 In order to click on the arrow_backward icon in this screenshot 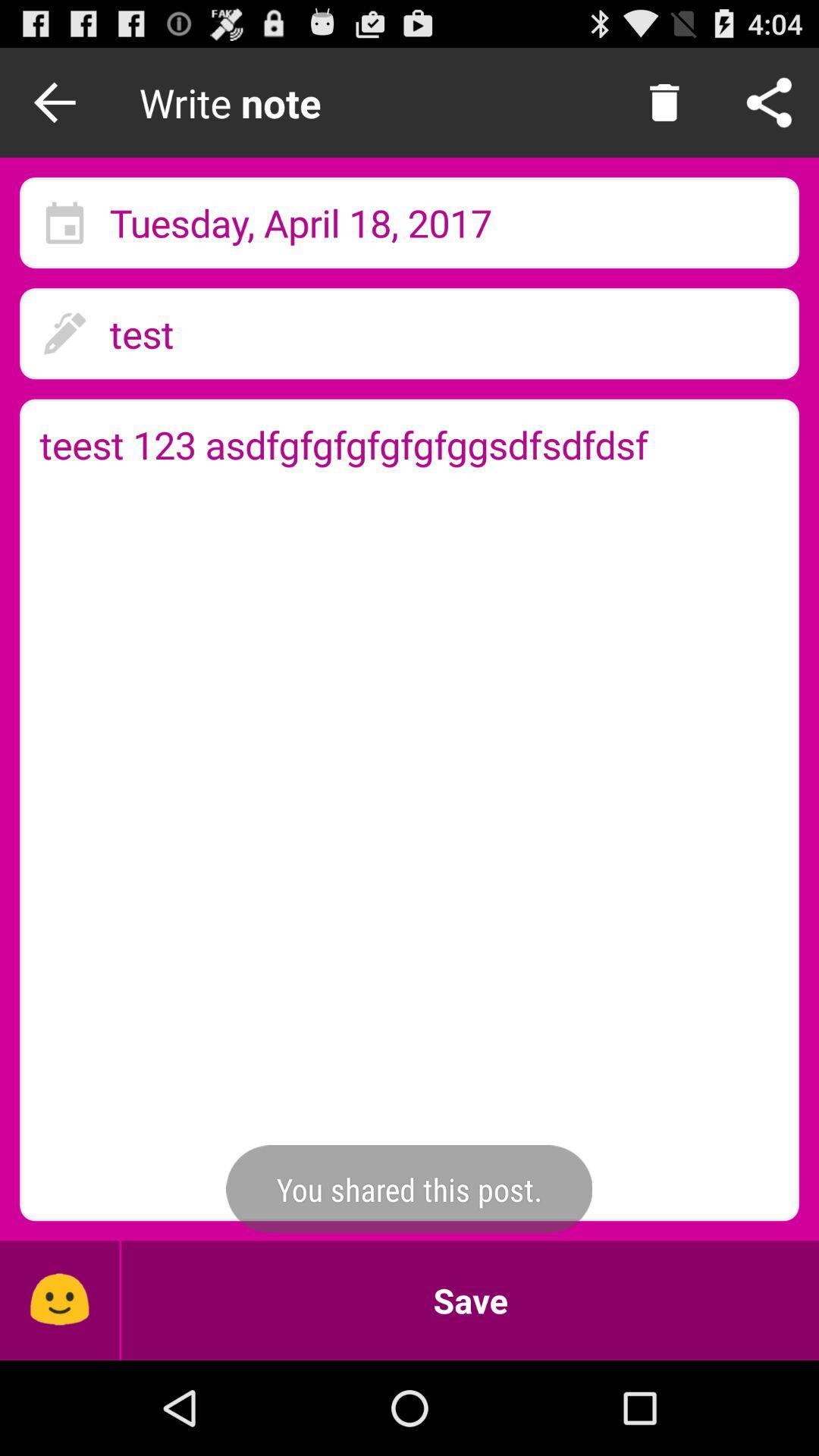, I will do `click(58, 108)`.